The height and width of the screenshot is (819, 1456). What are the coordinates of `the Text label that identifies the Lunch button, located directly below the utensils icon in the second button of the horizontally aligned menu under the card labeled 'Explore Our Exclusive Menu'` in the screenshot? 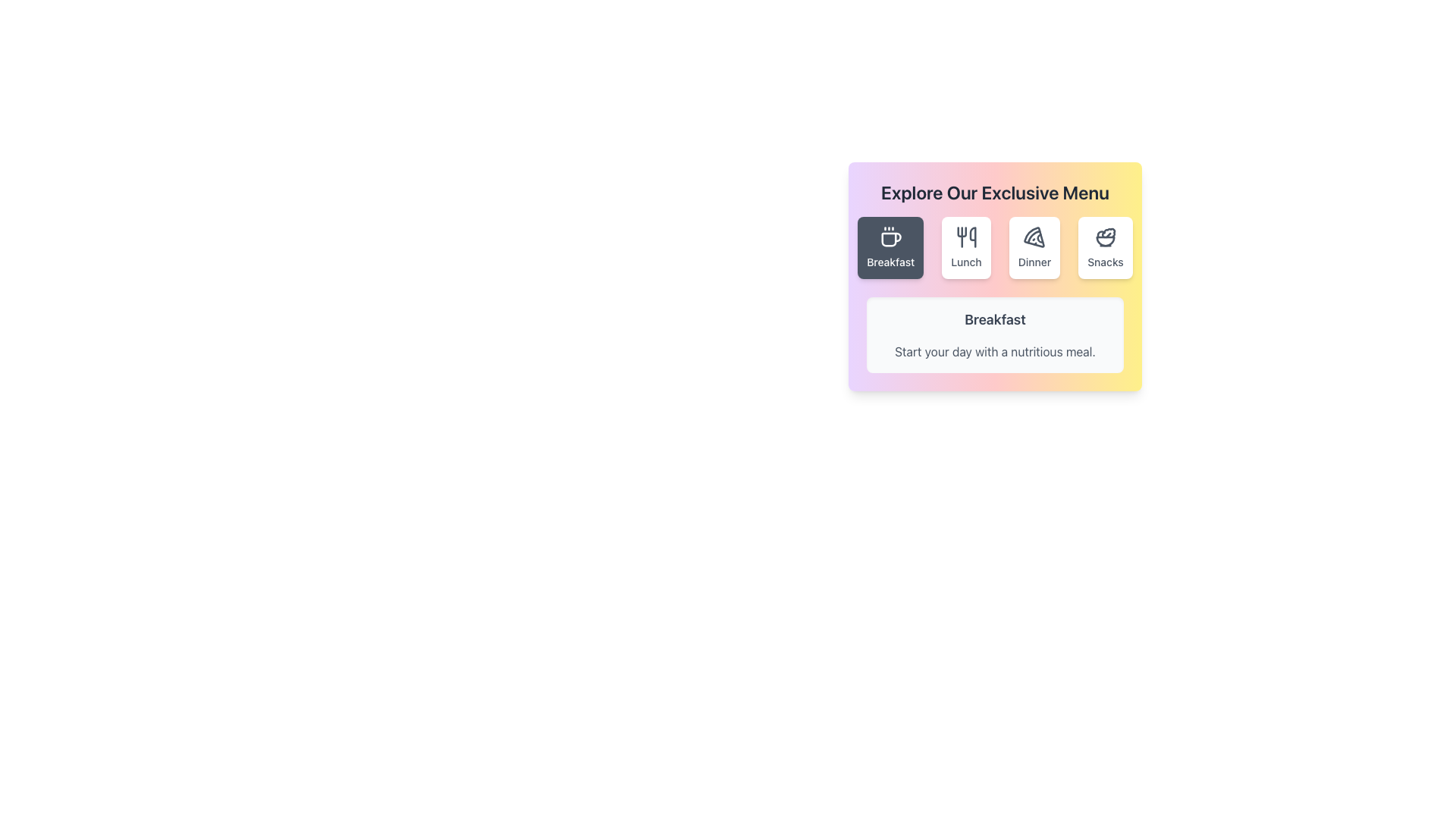 It's located at (965, 262).